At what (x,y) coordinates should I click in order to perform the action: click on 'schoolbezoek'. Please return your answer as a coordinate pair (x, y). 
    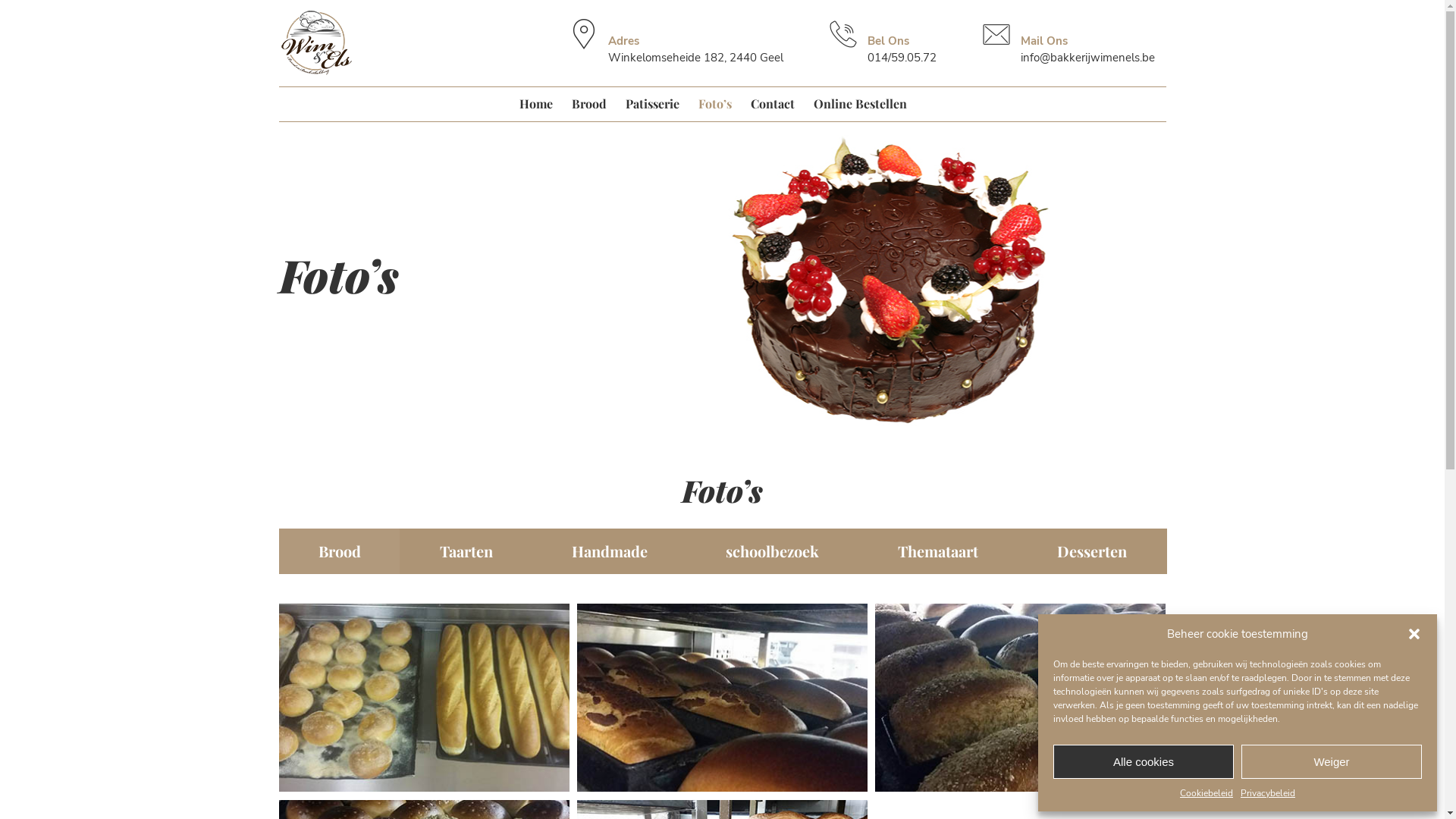
    Looking at the image, I should click on (686, 550).